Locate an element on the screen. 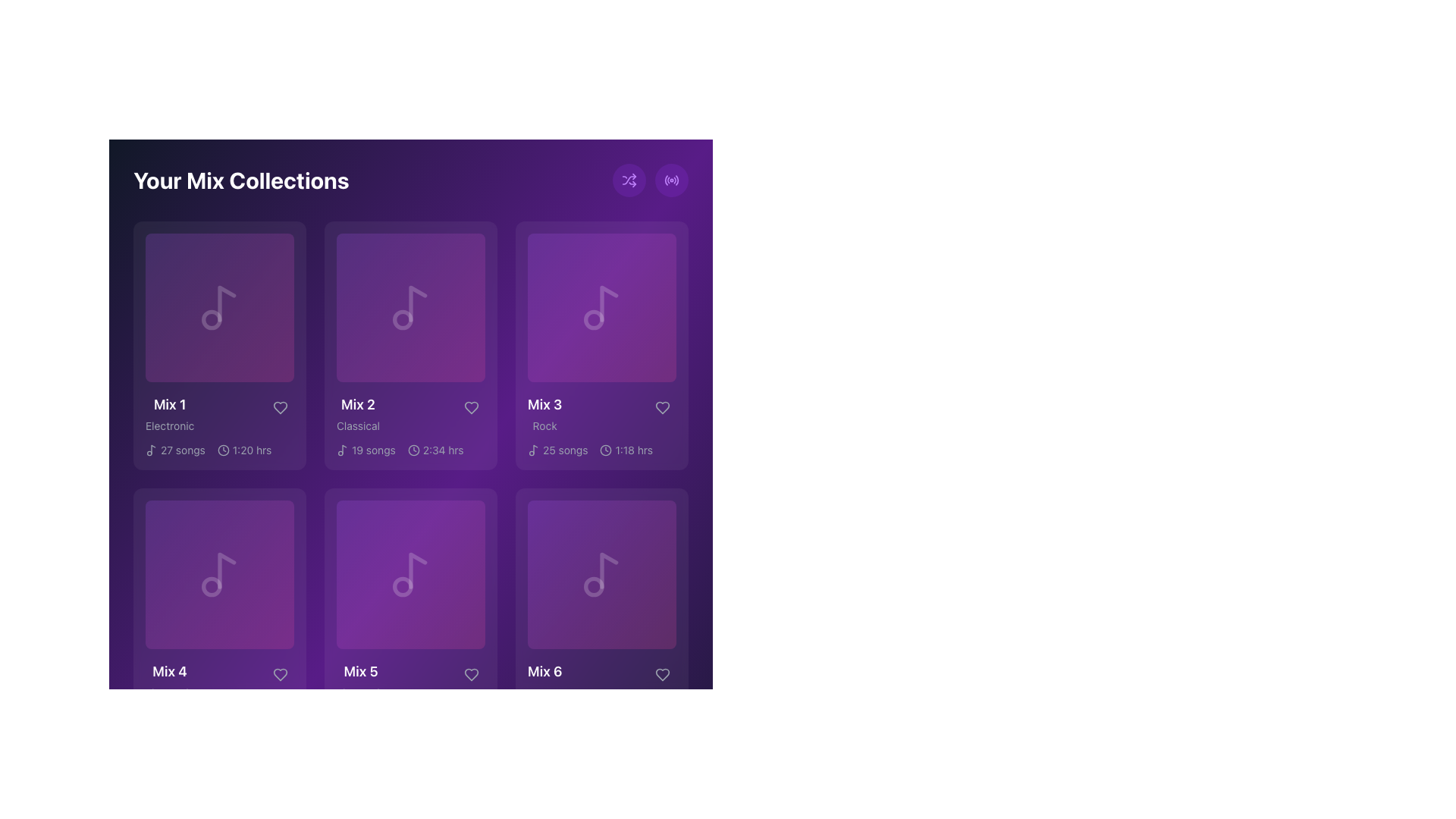 The height and width of the screenshot is (819, 1456). text label that provides the name and type of the music mix located under the fourth square in the second row of the 'Your Mix Collections' grid layout, below a purple-tinted icon and beside a heart icon is located at coordinates (218, 680).